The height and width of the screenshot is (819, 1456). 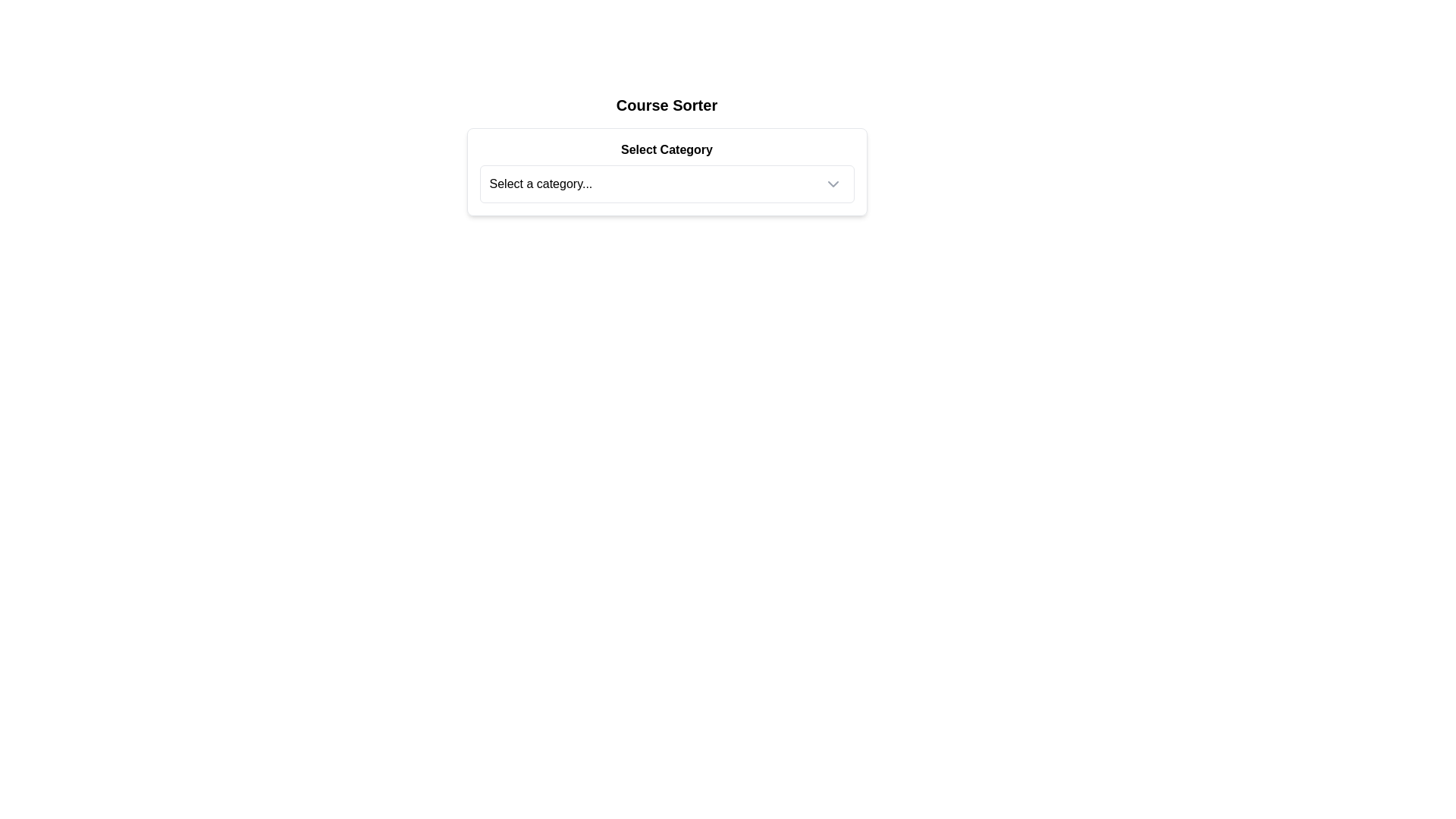 I want to click on an option from the dropdown menu located below the title 'Select Category' in a bordered and shadowed panel, so click(x=667, y=184).